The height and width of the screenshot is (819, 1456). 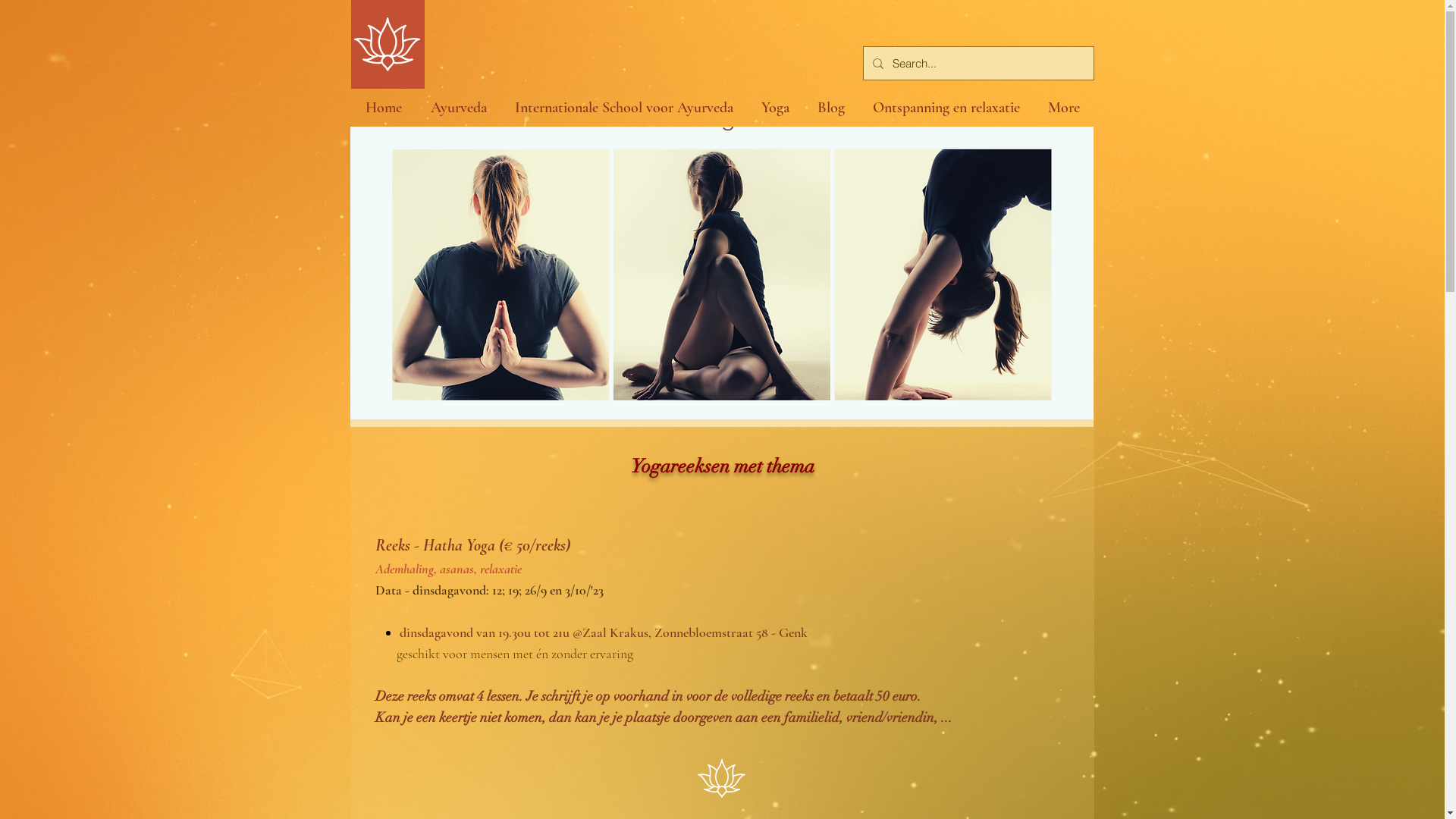 What do you see at coordinates (720, 271) in the screenshot?
I see `'Yoga Class for all Ages'` at bounding box center [720, 271].